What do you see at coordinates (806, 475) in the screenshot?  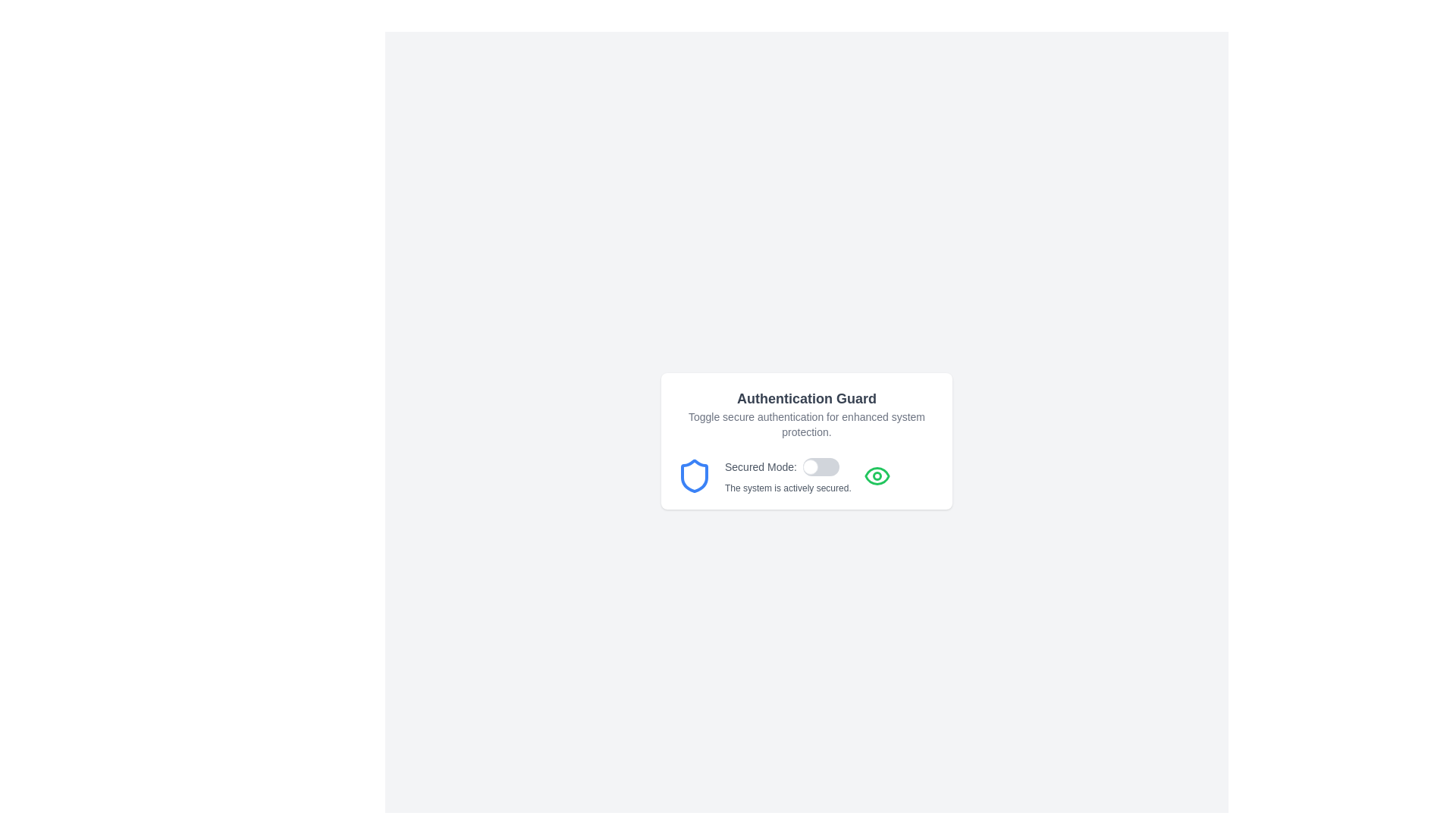 I see `the mixed component consisting of a blue shield icon, toggle switch, and green eye icon for more information` at bounding box center [806, 475].